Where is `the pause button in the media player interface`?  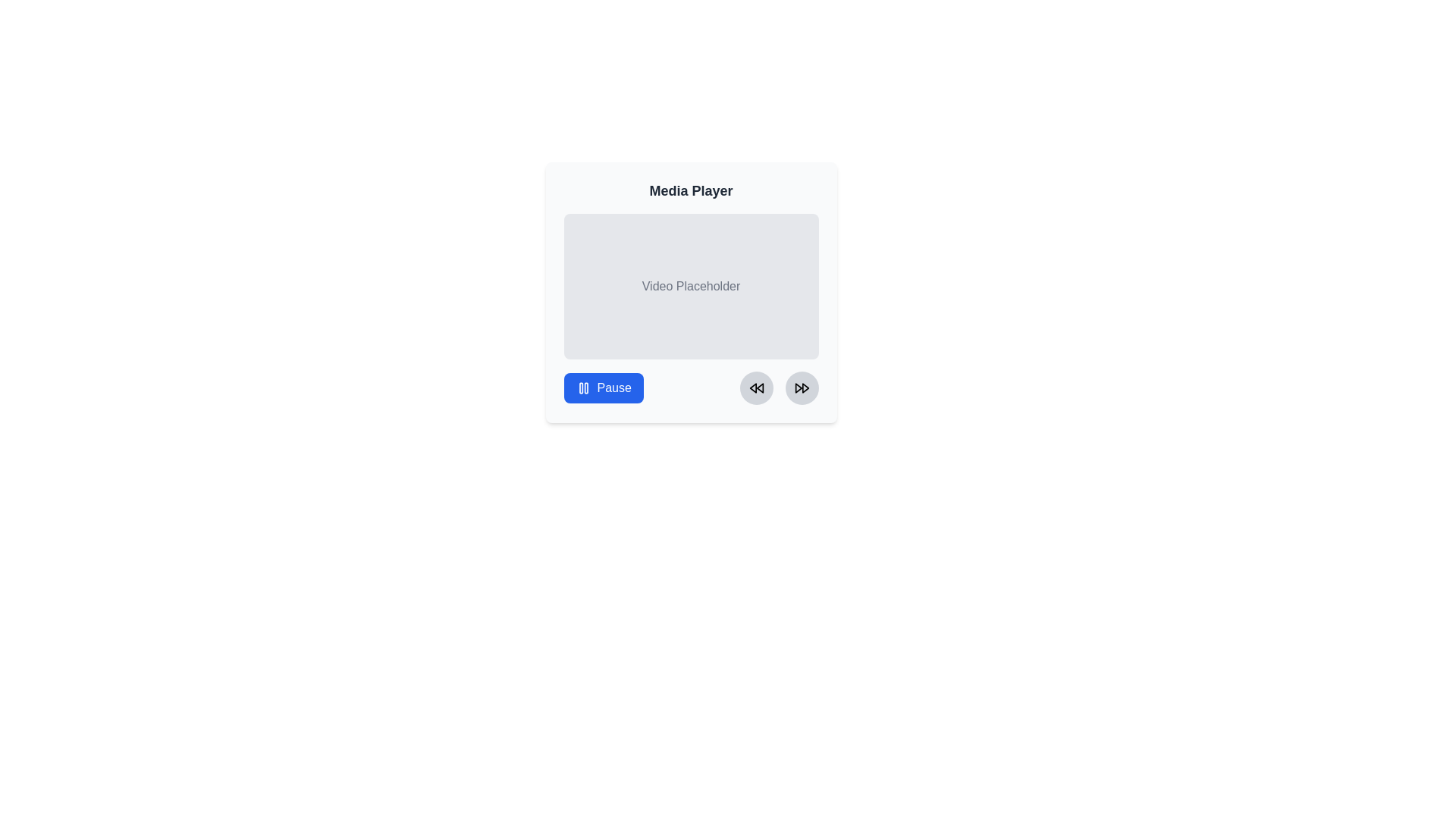
the pause button in the media player interface is located at coordinates (603, 388).